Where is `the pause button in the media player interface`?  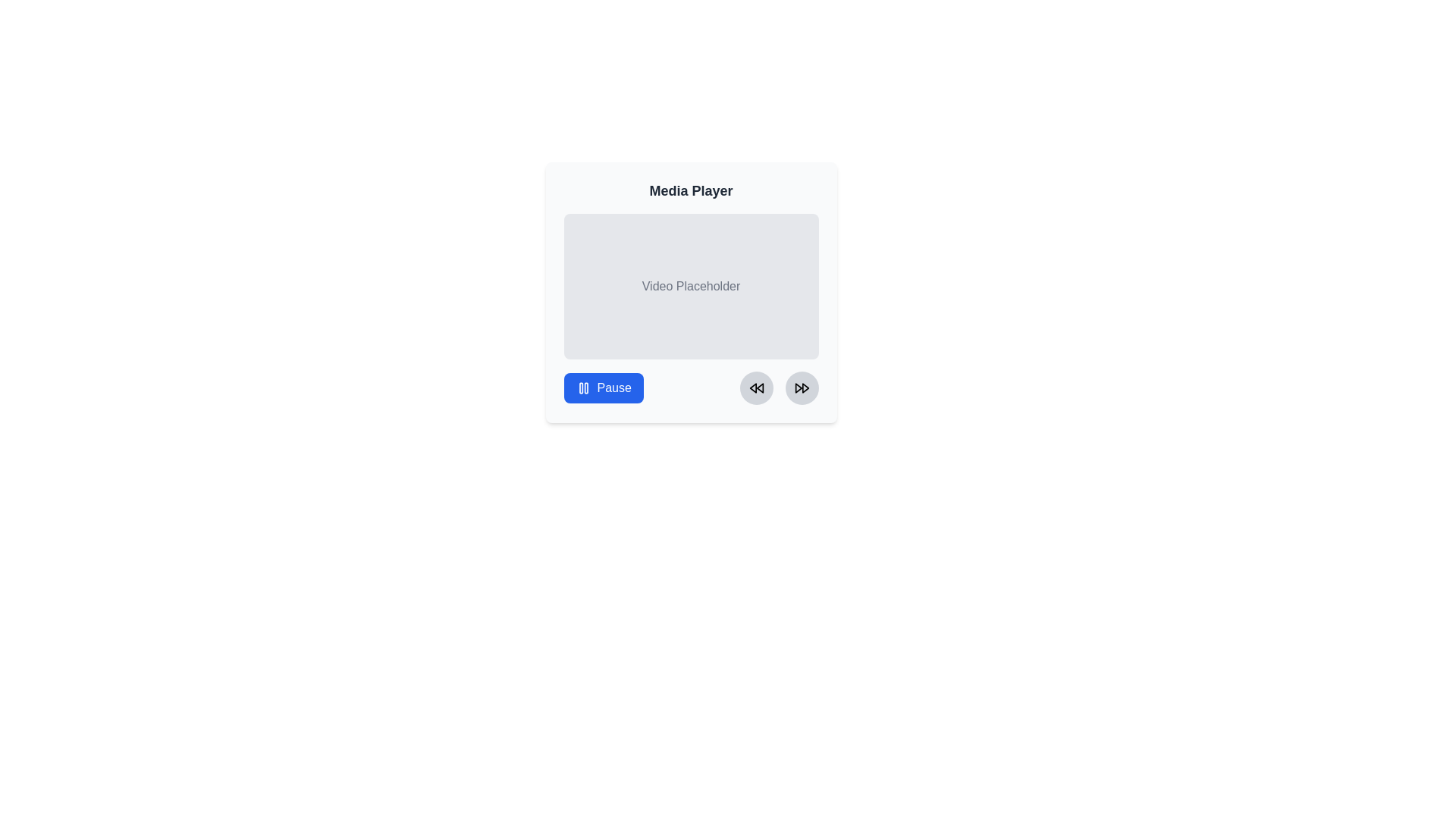
the pause button in the media player interface is located at coordinates (603, 388).